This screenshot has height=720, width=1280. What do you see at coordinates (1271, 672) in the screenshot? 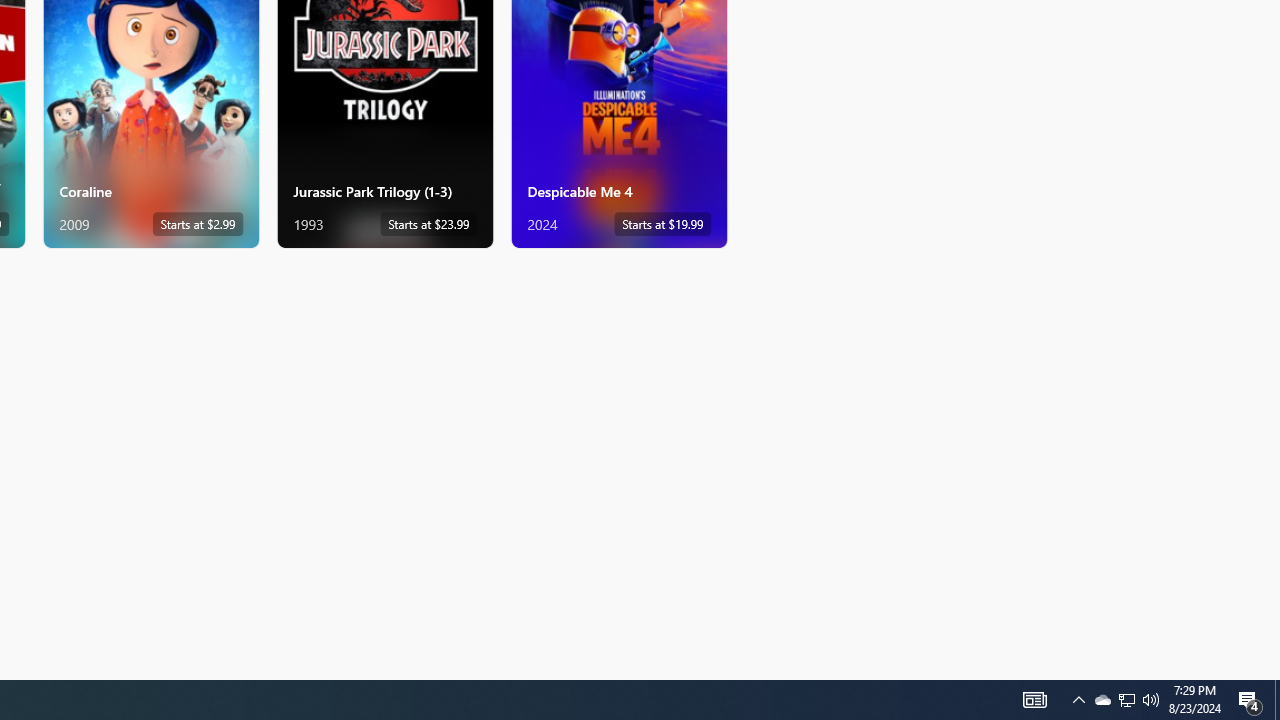
I see `'Vertical Small Increase'` at bounding box center [1271, 672].